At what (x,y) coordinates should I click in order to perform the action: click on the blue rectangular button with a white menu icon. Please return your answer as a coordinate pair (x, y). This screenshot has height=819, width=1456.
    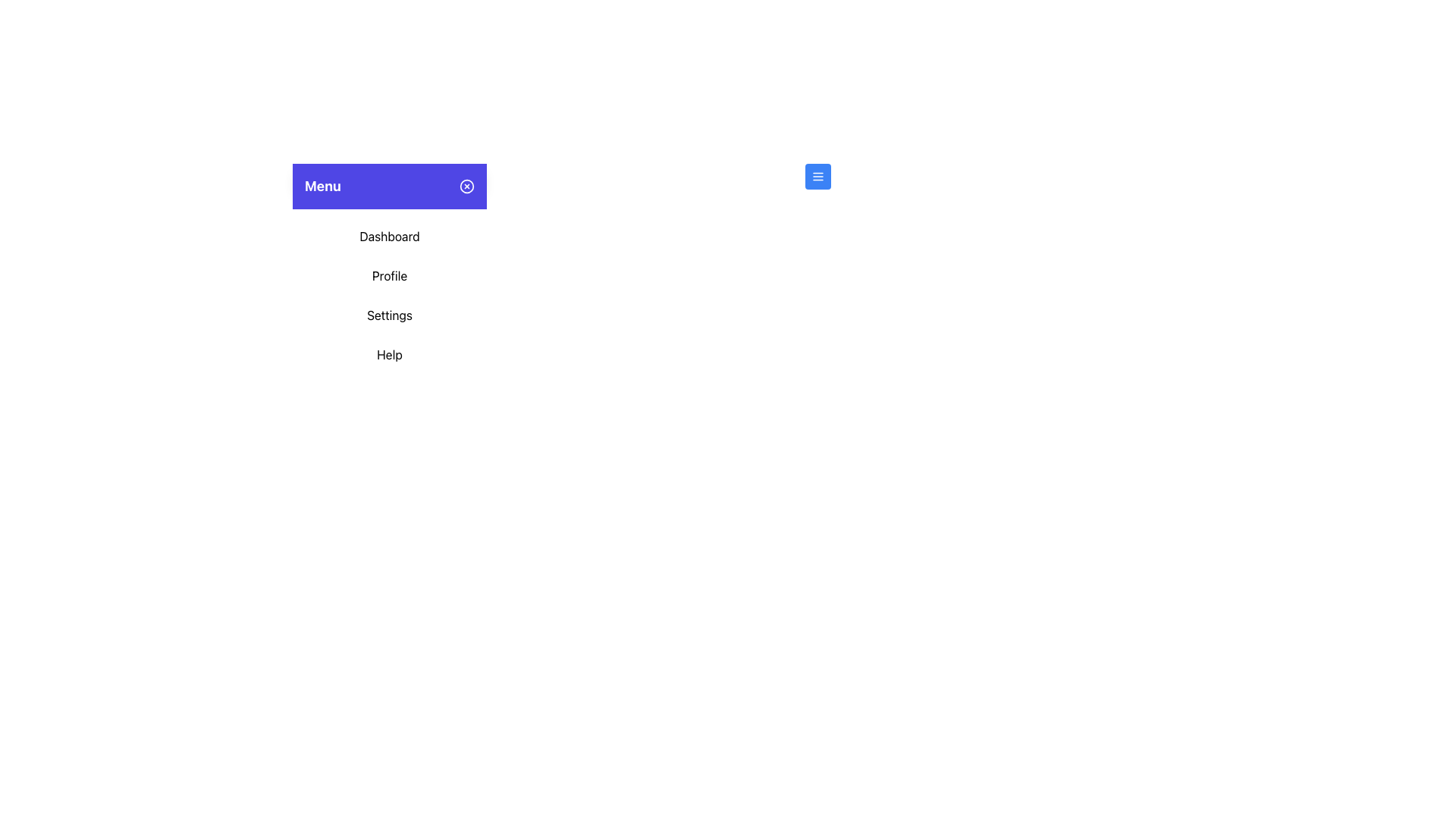
    Looking at the image, I should click on (817, 175).